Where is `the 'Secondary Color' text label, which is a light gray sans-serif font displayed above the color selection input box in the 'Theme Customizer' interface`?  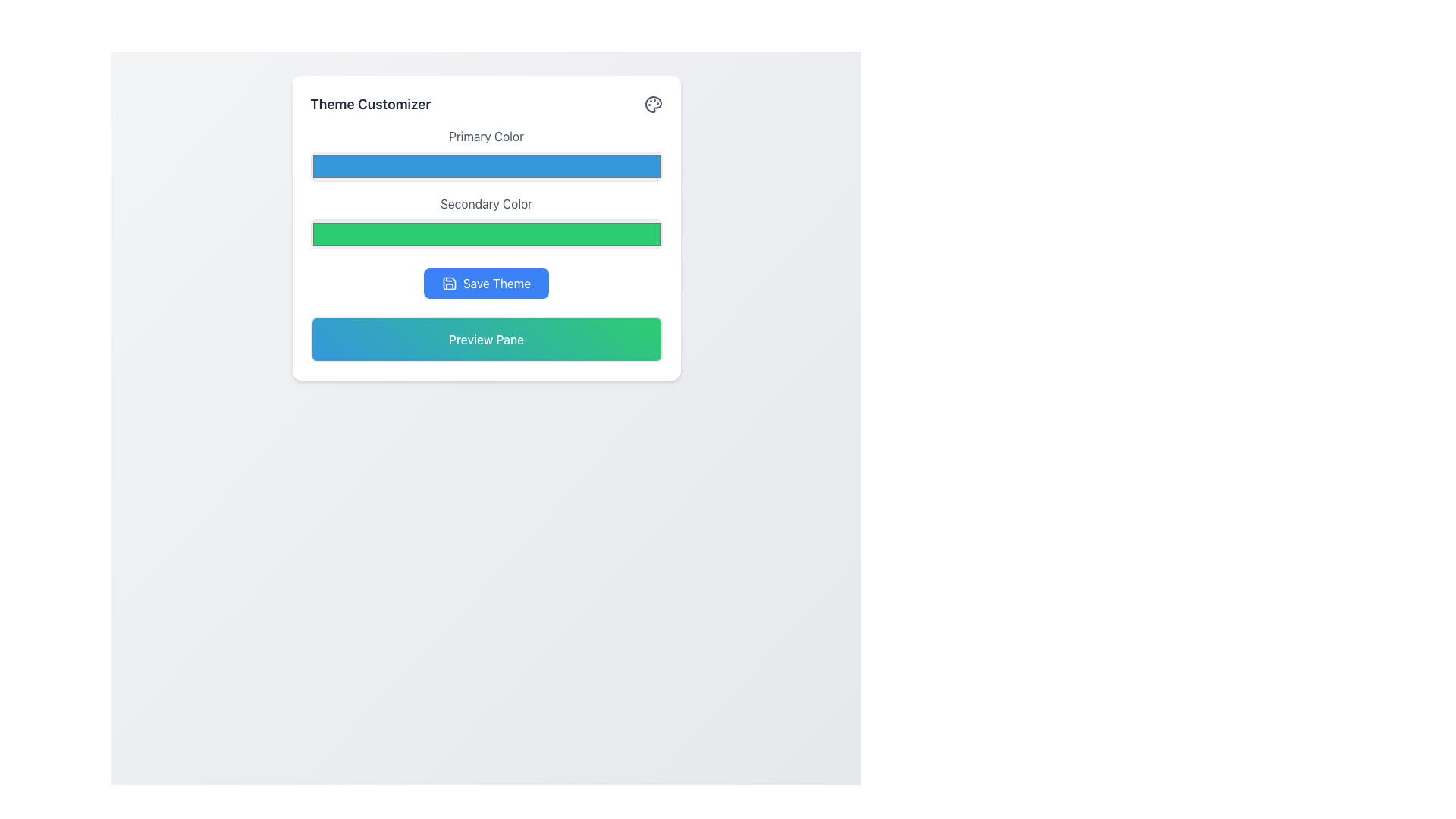 the 'Secondary Color' text label, which is a light gray sans-serif font displayed above the color selection input box in the 'Theme Customizer' interface is located at coordinates (486, 203).